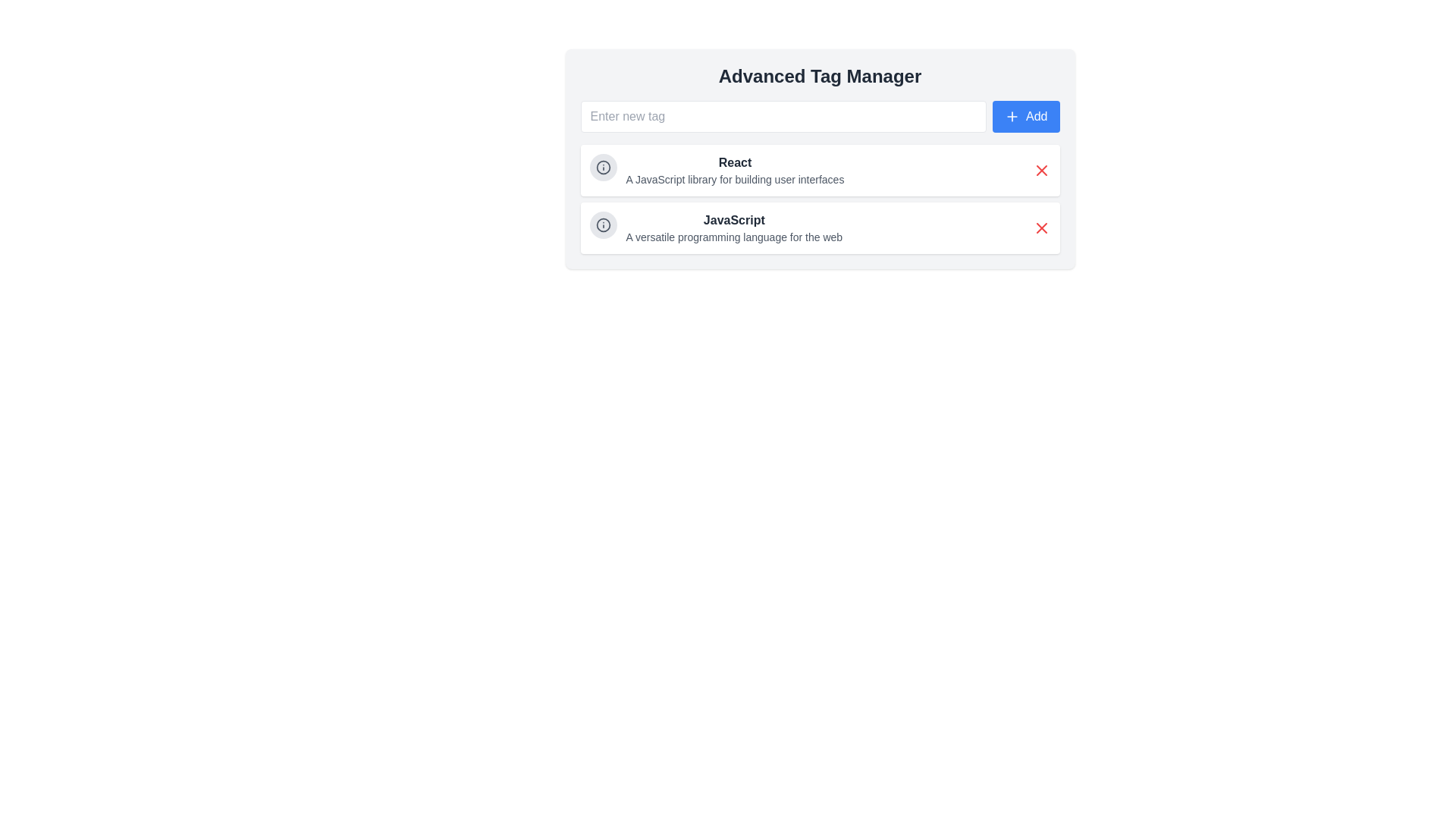  I want to click on the first item of the 'Advanced Tag Manager' list, so click(819, 170).